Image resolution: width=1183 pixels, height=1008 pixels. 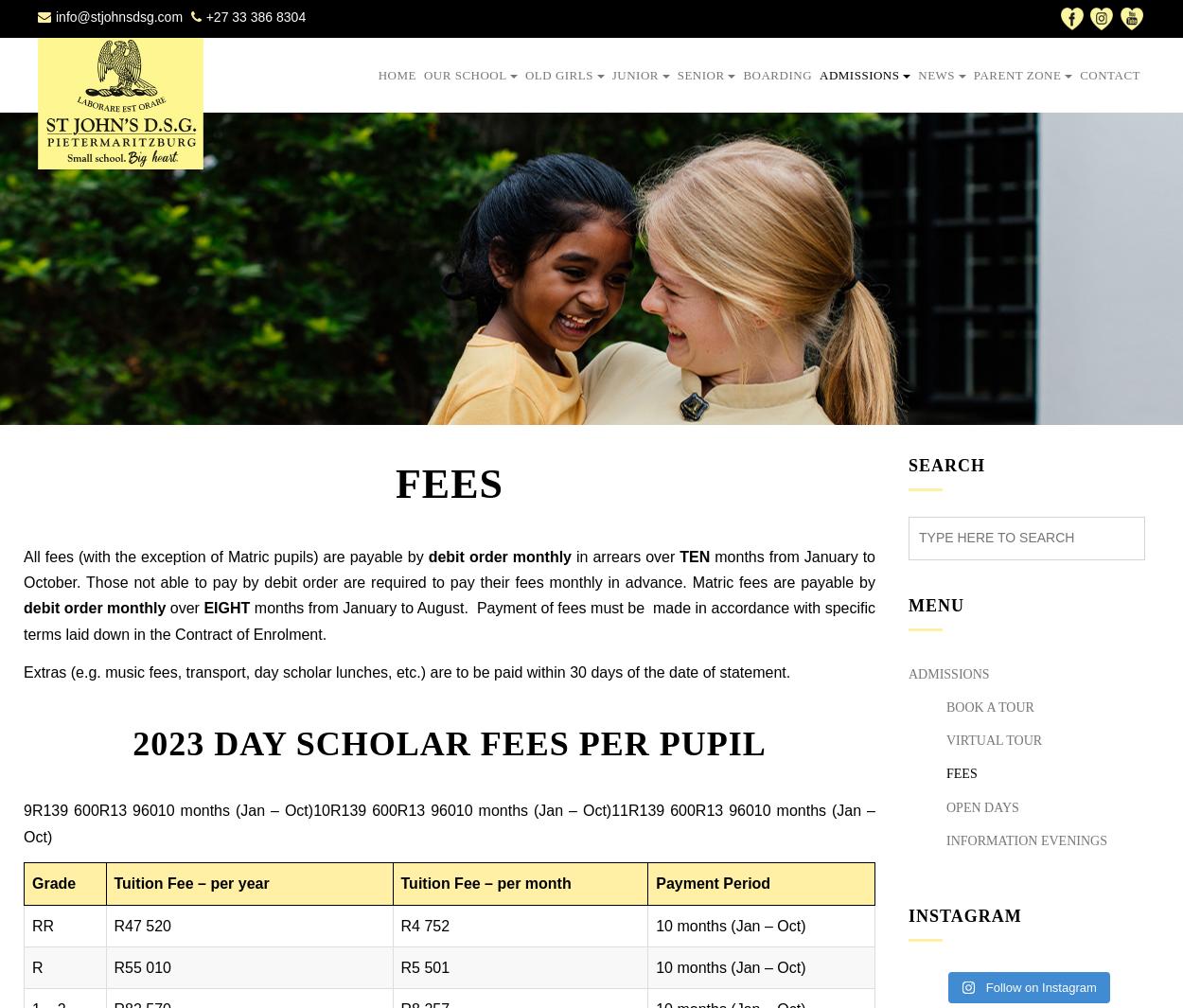 What do you see at coordinates (224, 557) in the screenshot?
I see `'All fees (with the exception of Matric pupils) are payable by'` at bounding box center [224, 557].